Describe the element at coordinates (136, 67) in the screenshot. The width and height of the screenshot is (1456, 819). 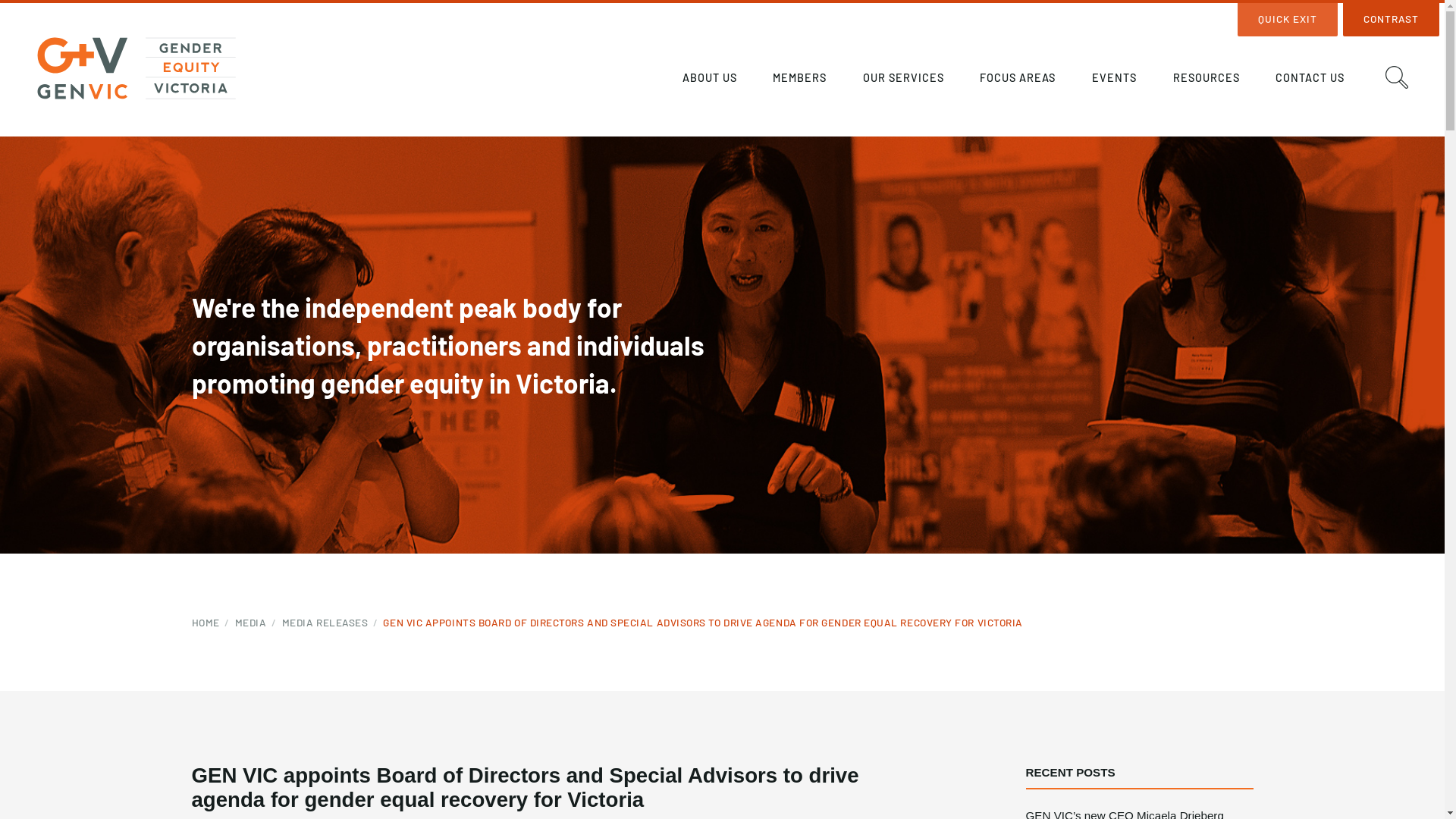
I see `'Gender Equity Victoria'` at that location.